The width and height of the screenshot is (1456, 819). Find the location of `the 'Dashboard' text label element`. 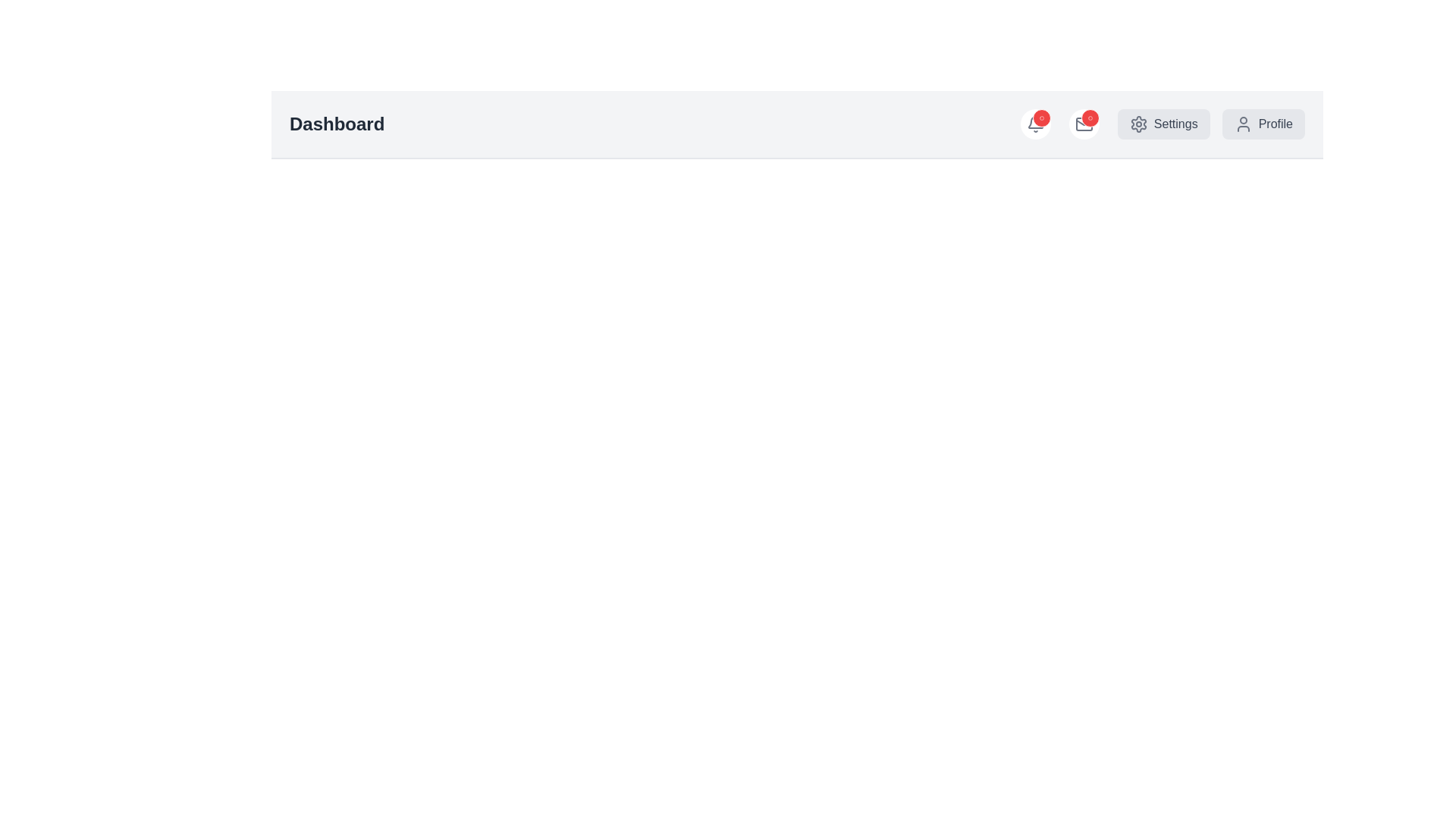

the 'Dashboard' text label element is located at coordinates (336, 124).